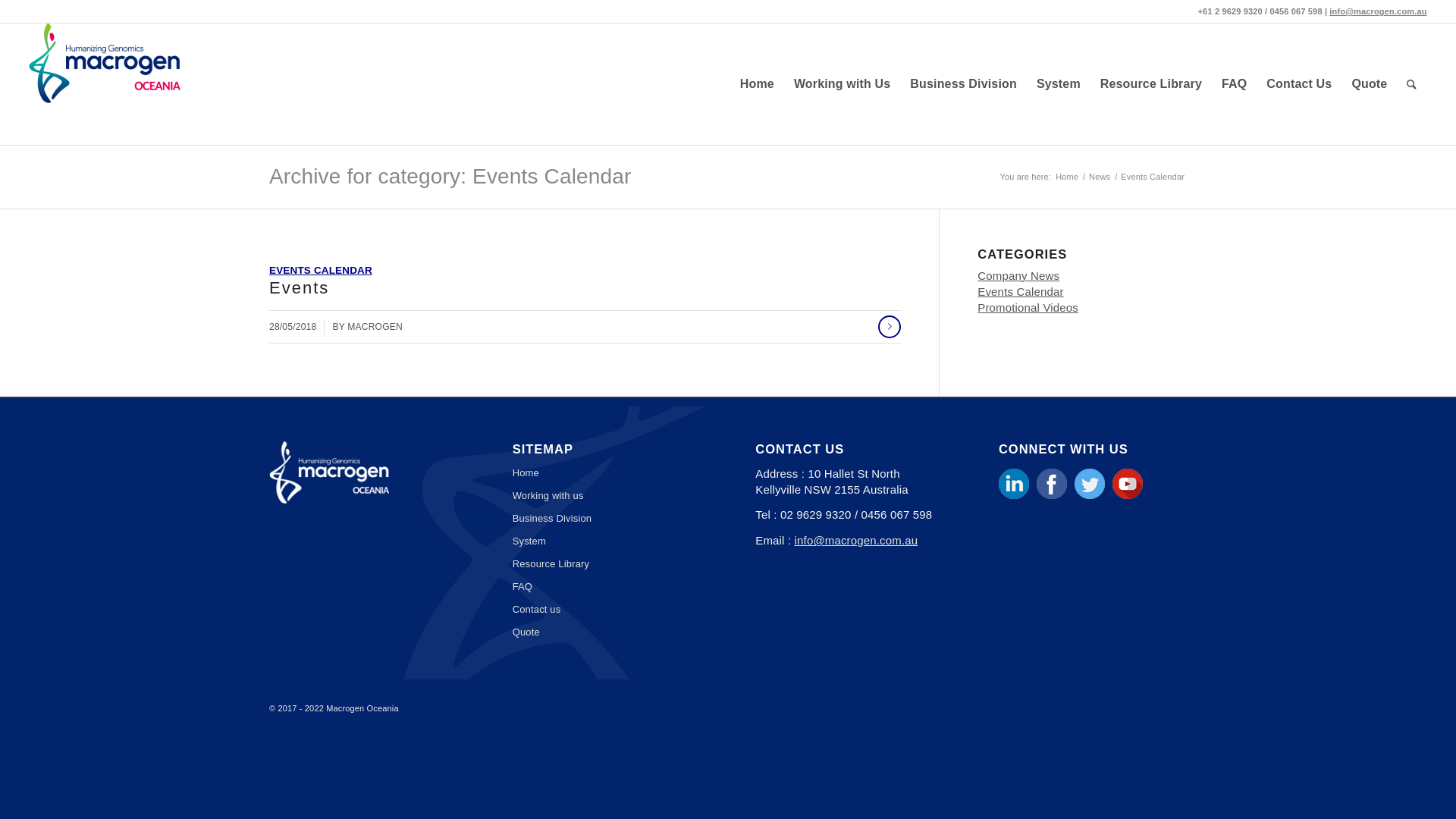  I want to click on 'News', so click(1099, 176).